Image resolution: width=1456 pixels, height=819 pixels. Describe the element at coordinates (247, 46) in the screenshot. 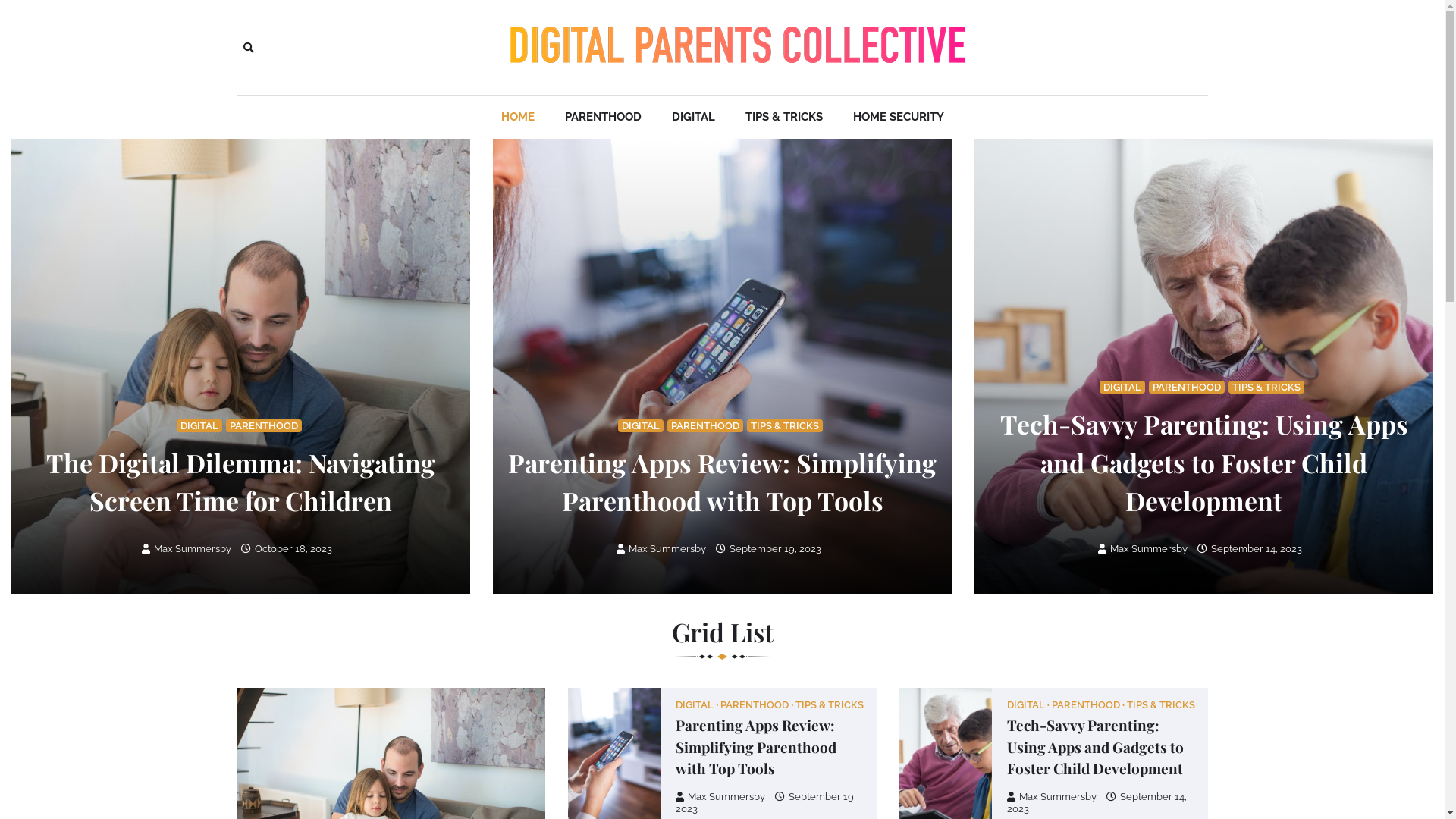

I see `'Search'` at that location.